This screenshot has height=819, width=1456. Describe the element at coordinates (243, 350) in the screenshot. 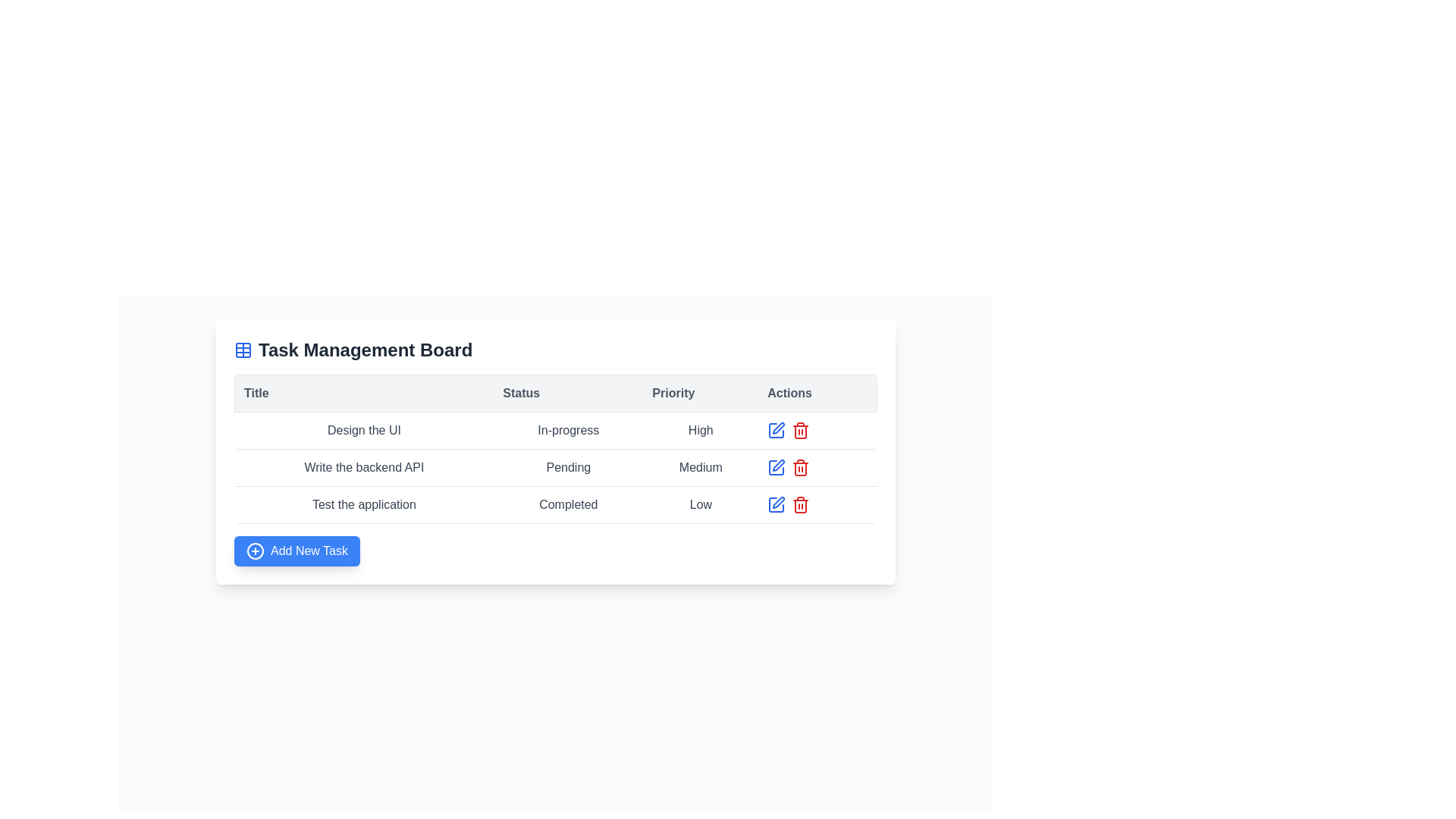

I see `the Decorative Icon (SVG) that visually represents the task management board, located to the left of the 'Task Management Board' text in the header` at that location.